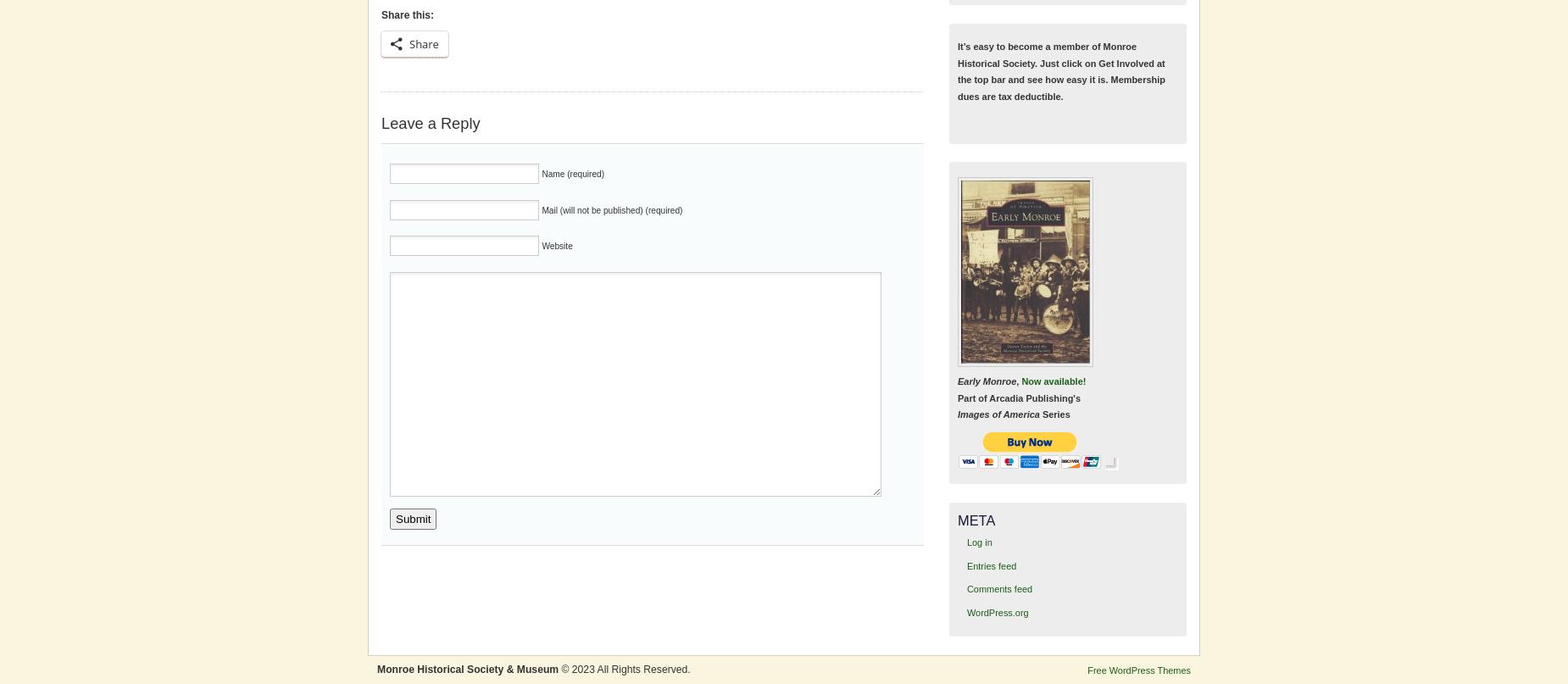  Describe the element at coordinates (468, 668) in the screenshot. I see `'Monroe Historical Society & Museum'` at that location.